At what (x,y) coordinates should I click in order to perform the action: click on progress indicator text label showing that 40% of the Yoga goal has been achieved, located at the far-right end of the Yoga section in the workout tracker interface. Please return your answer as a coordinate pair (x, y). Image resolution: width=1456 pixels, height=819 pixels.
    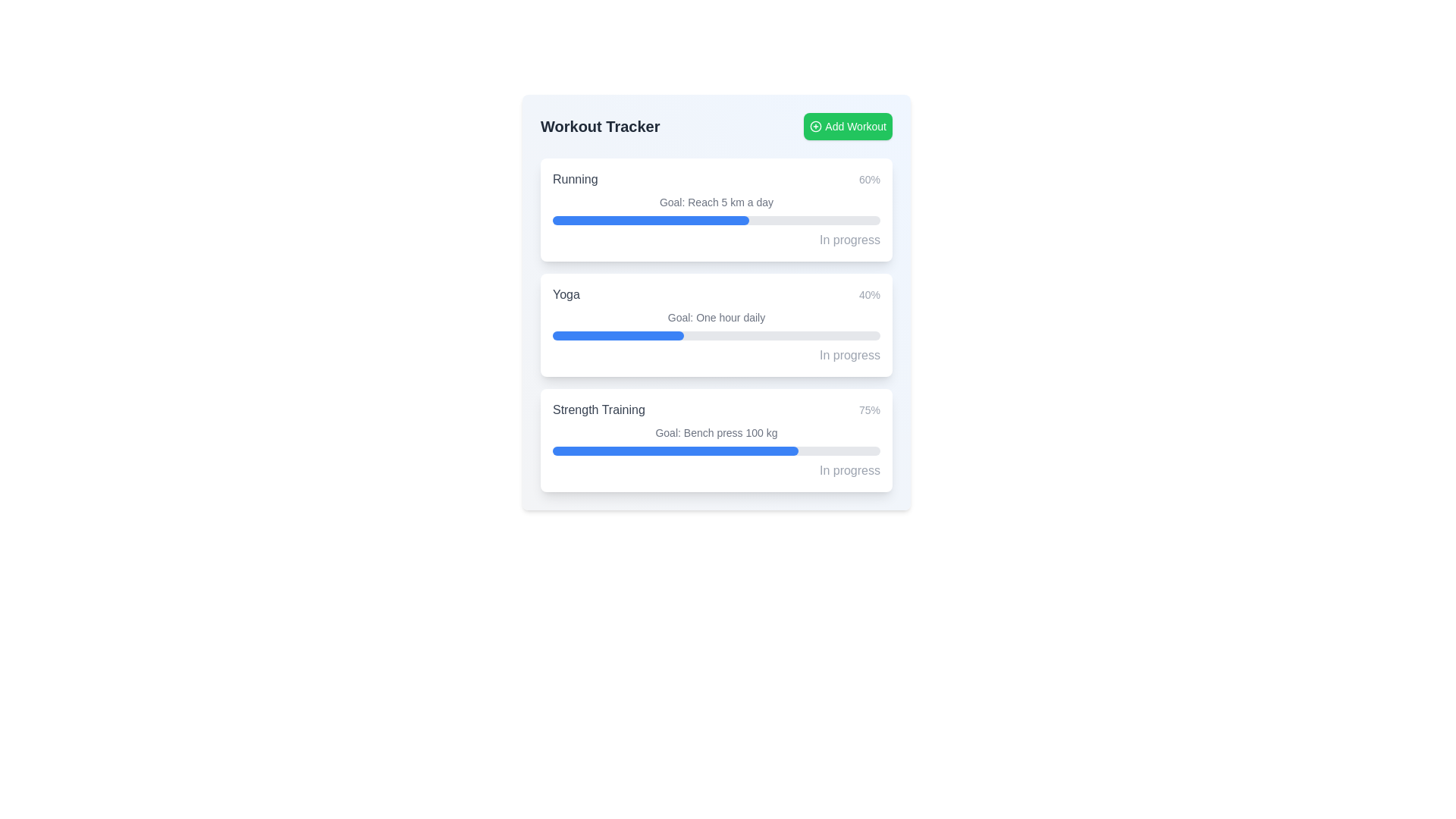
    Looking at the image, I should click on (870, 295).